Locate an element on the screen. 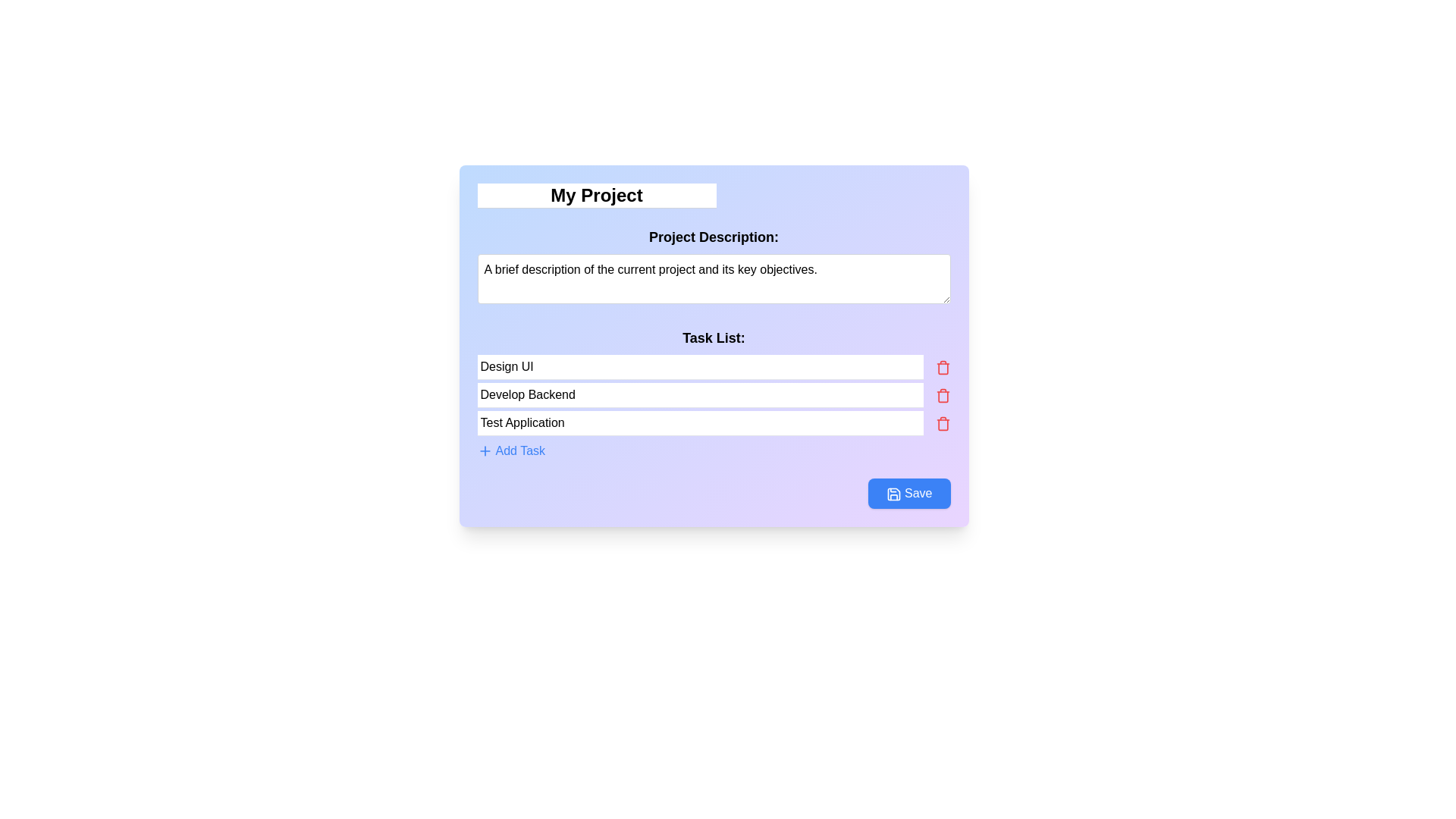 The width and height of the screenshot is (1456, 819). plus icon located within the 'Add Task' button, which is represented by a thin stroke SVG design intersecting at the center, to the immediate left of the 'Add Task' text is located at coordinates (484, 450).